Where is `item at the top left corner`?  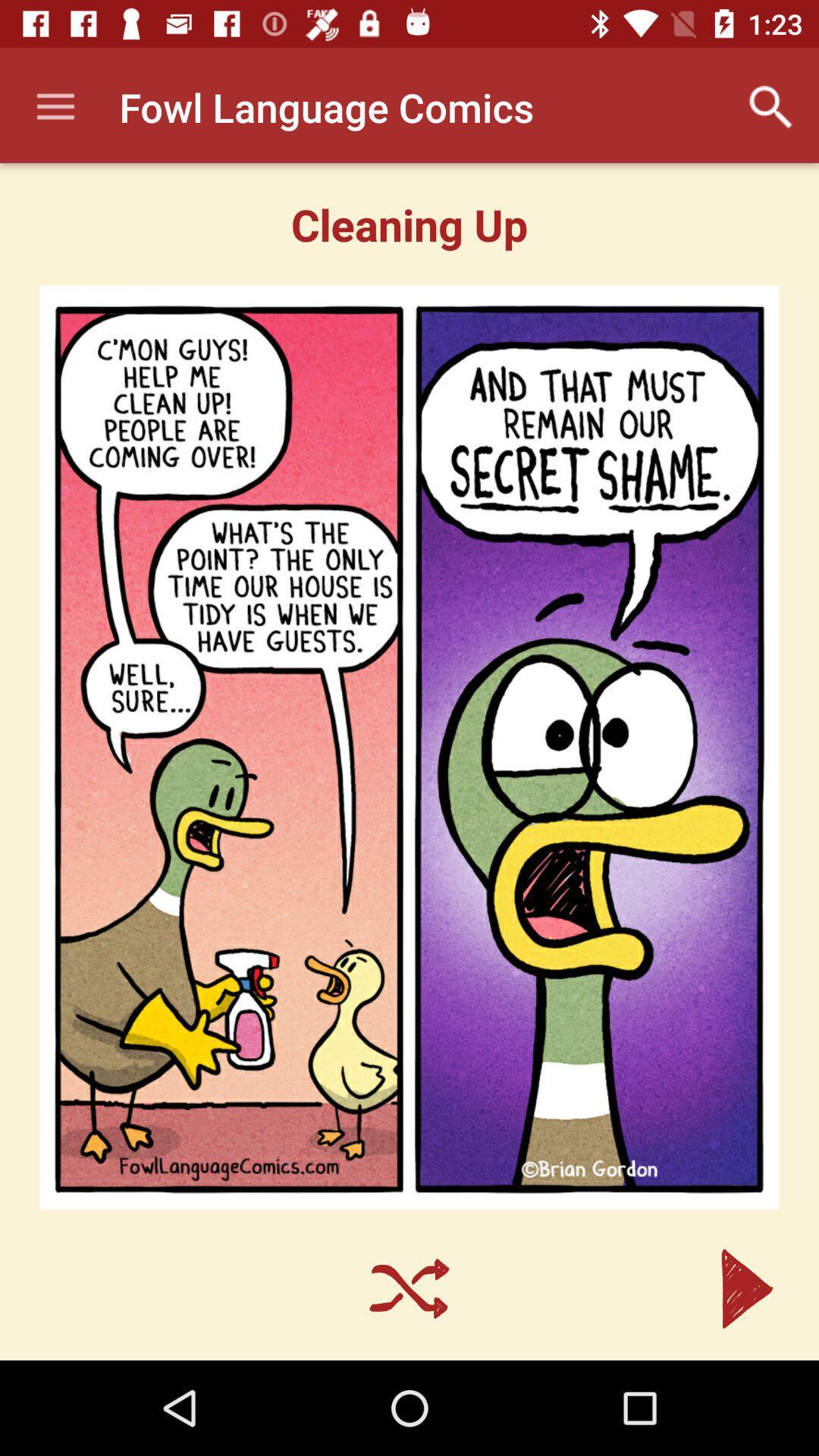 item at the top left corner is located at coordinates (55, 106).